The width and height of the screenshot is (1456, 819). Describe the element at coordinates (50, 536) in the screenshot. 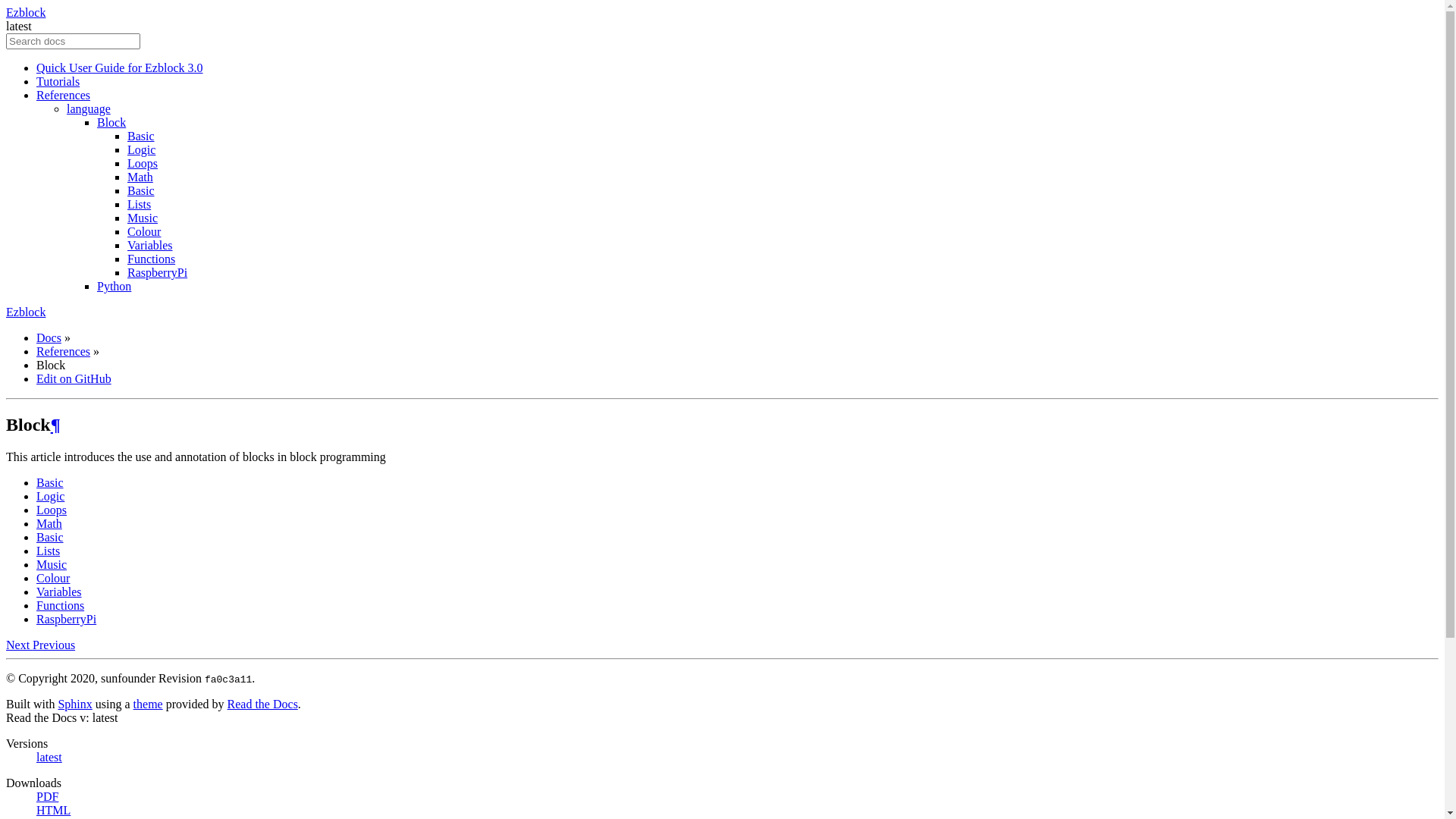

I see `'Basic'` at that location.